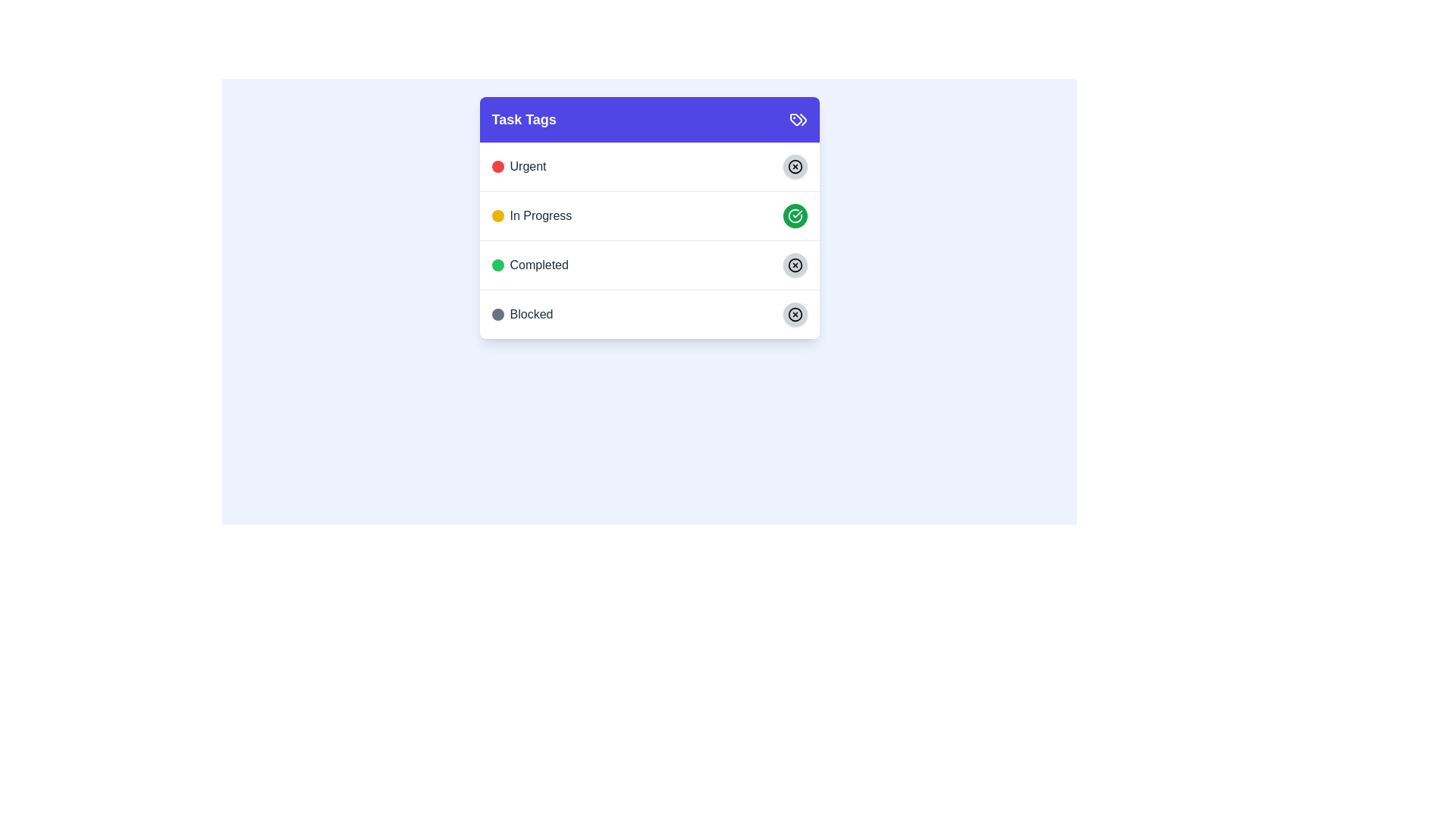  What do you see at coordinates (649, 166) in the screenshot?
I see `the 'Urgent' category indicator in the first row of the 'Task Tags' list` at bounding box center [649, 166].